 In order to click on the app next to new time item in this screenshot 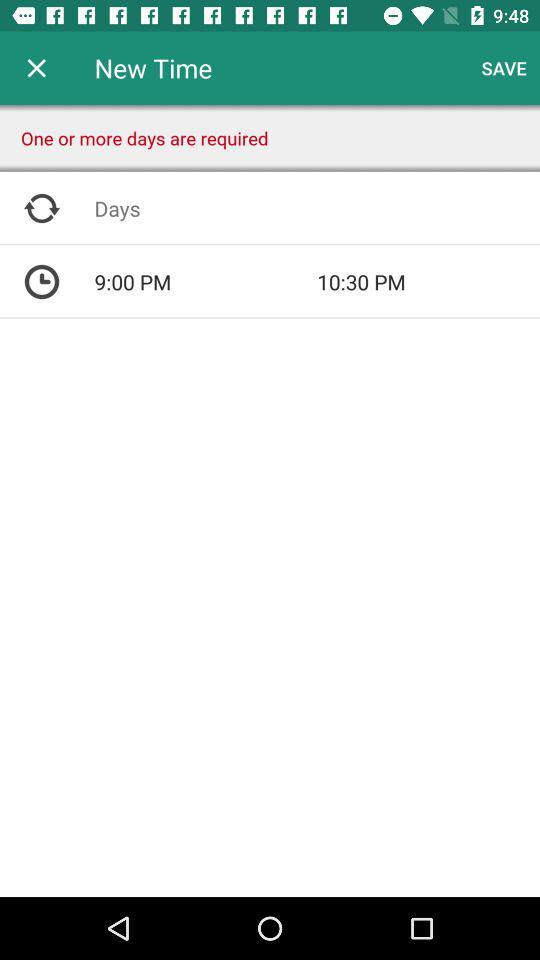, I will do `click(36, 68)`.